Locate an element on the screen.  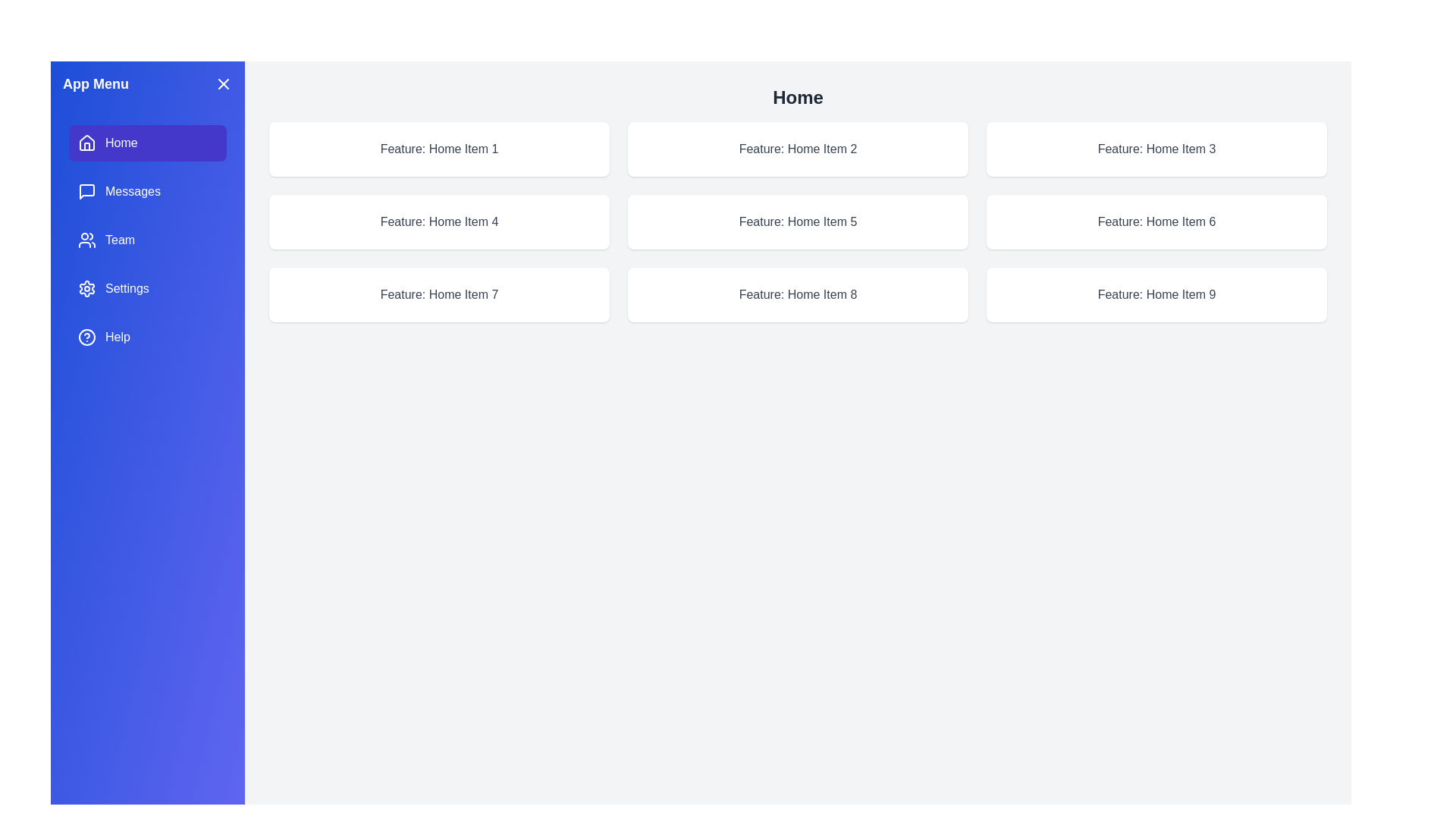
the feature Team from the menu is located at coordinates (148, 239).